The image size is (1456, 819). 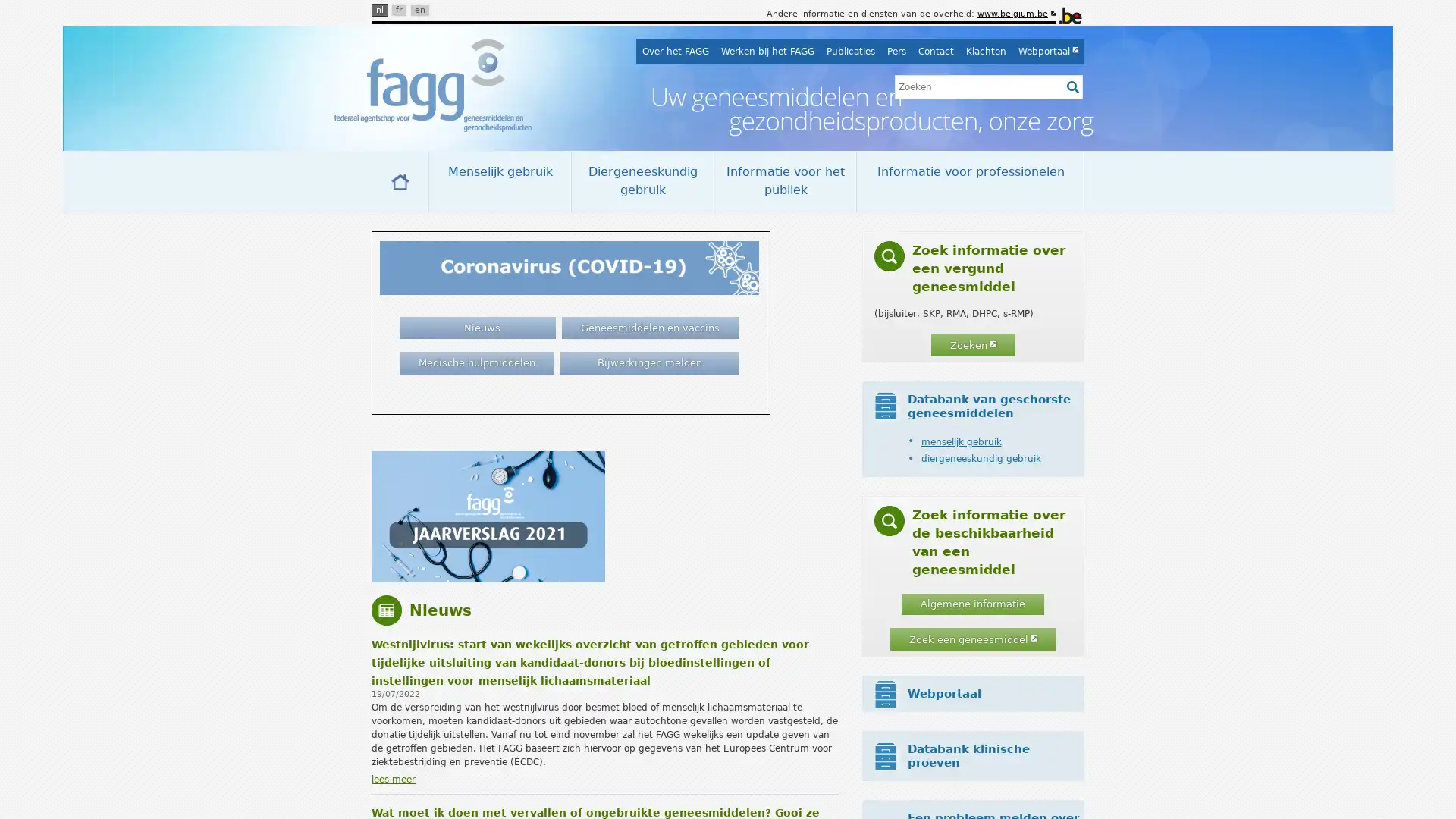 I want to click on Geneesmiddelen en vaccins, so click(x=650, y=327).